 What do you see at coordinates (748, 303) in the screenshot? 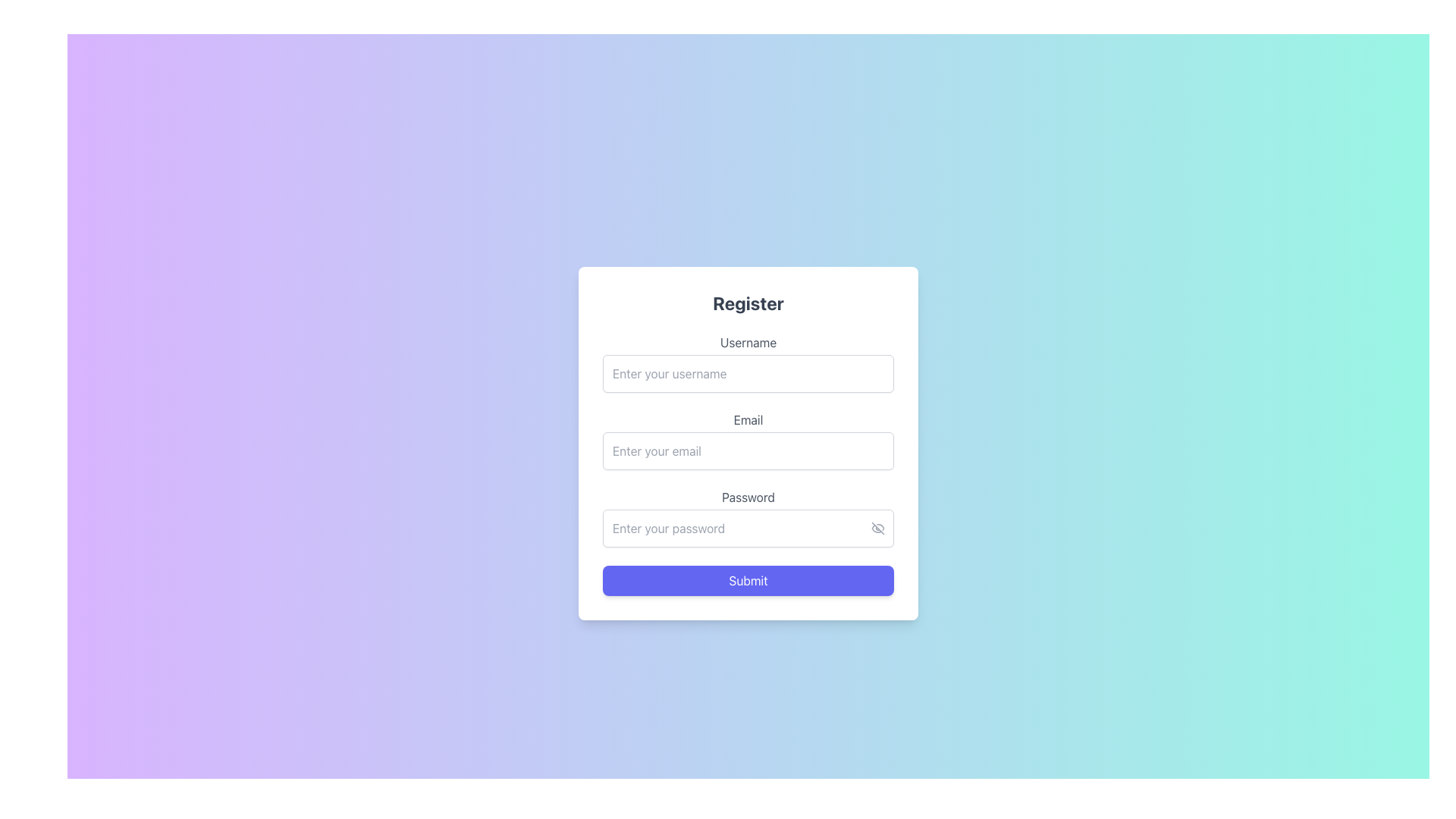
I see `the heading text element that indicates the registration form, located above the username input field` at bounding box center [748, 303].